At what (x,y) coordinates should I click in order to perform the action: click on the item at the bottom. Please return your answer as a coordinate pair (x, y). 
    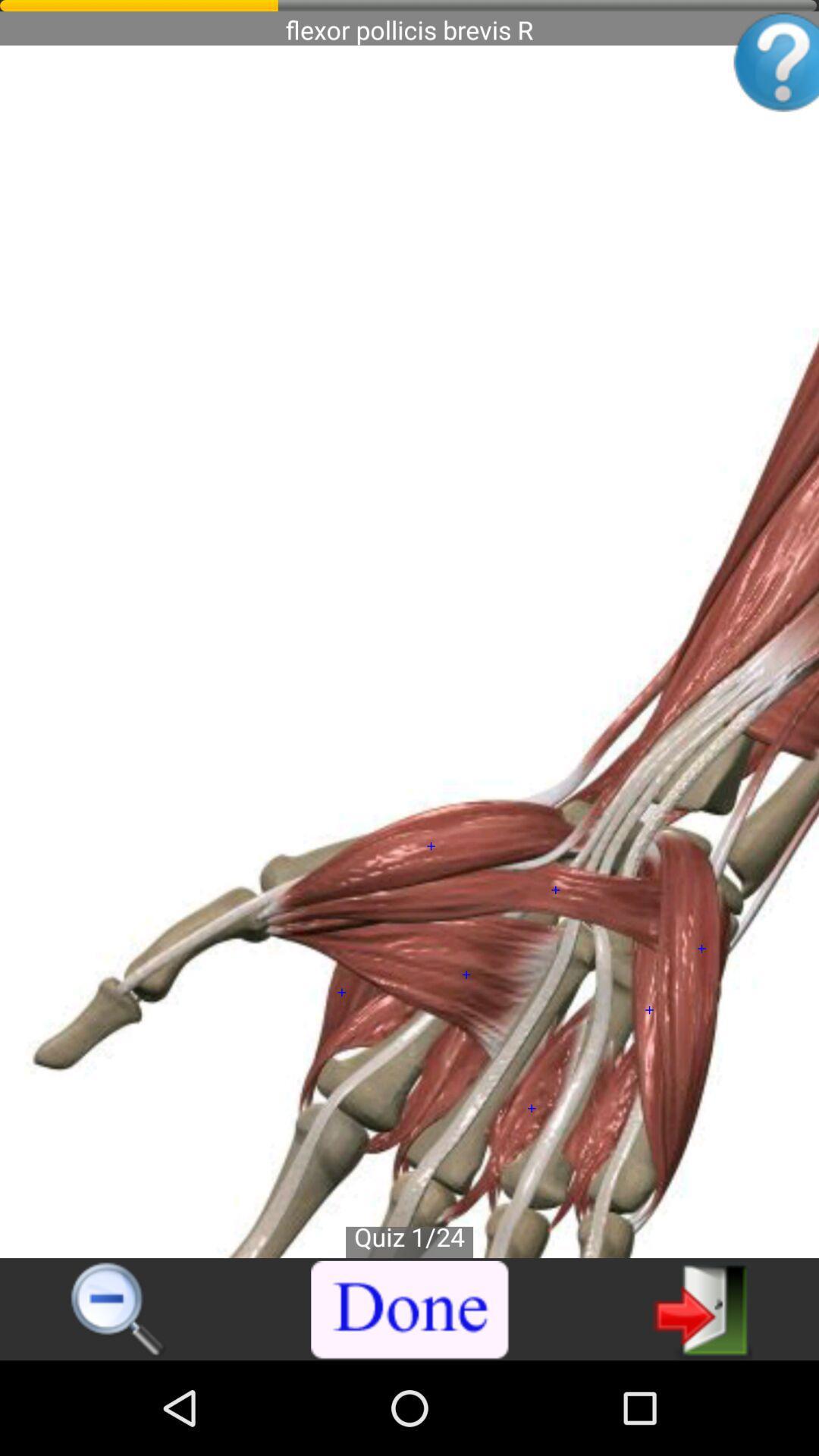
    Looking at the image, I should click on (410, 1310).